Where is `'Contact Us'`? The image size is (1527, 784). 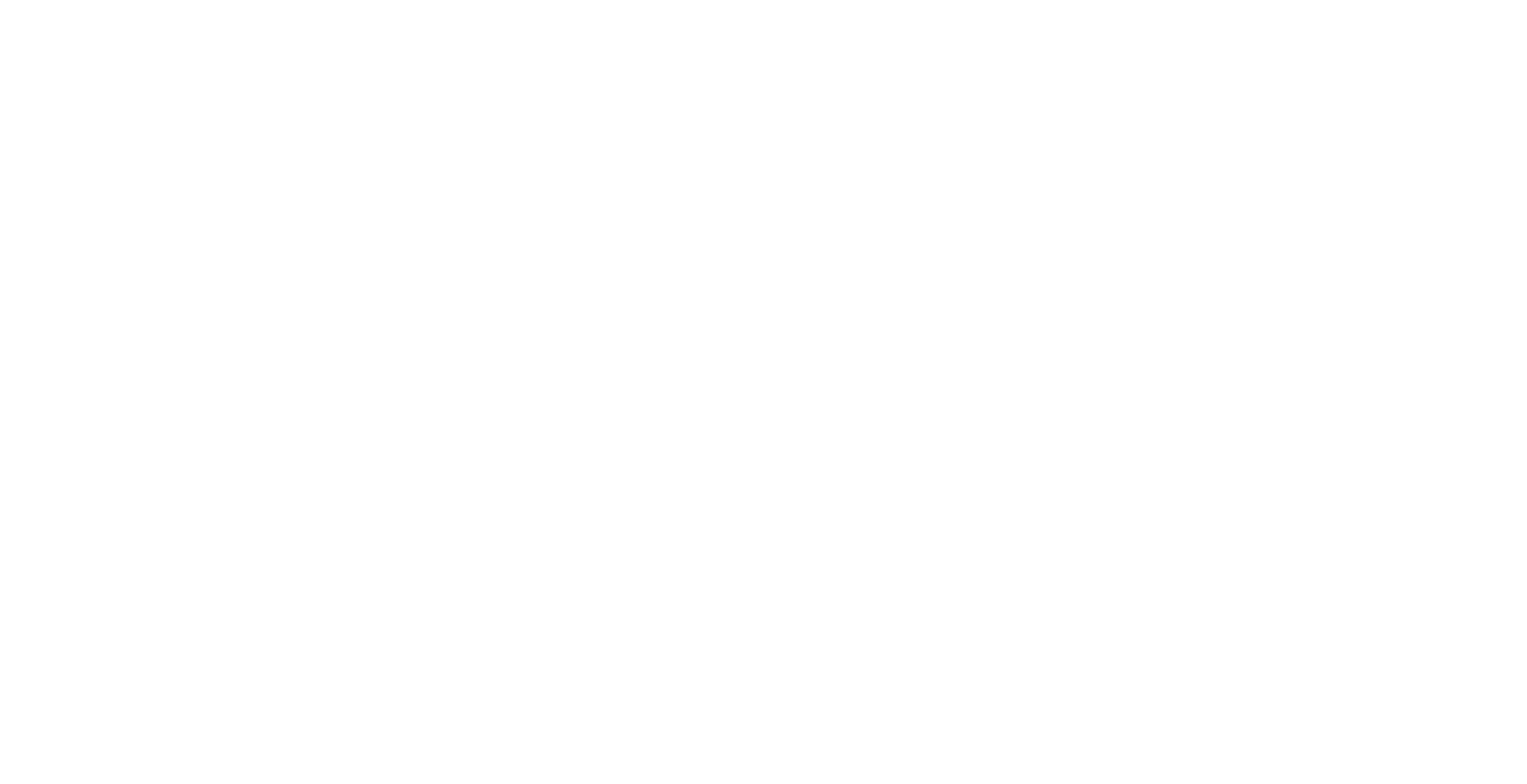 'Contact Us' is located at coordinates (714, 245).